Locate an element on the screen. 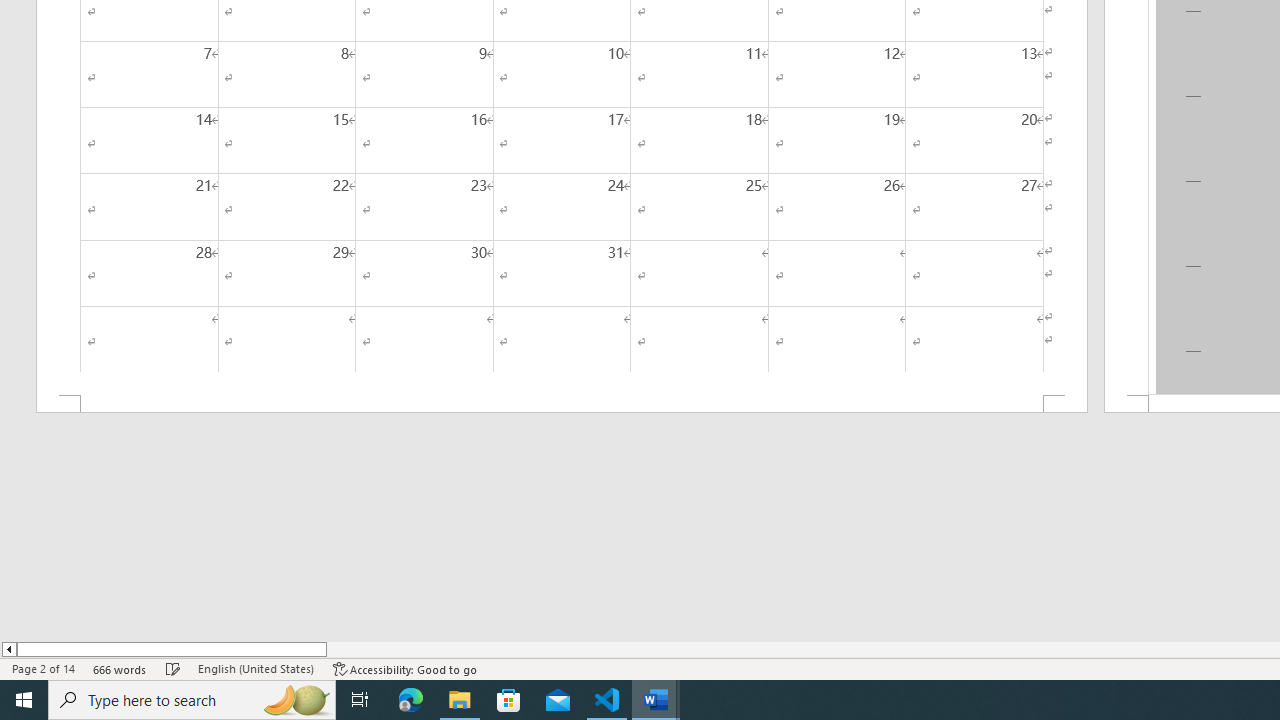 The image size is (1280, 720). 'Page Number Page 2 of 14' is located at coordinates (43, 669).